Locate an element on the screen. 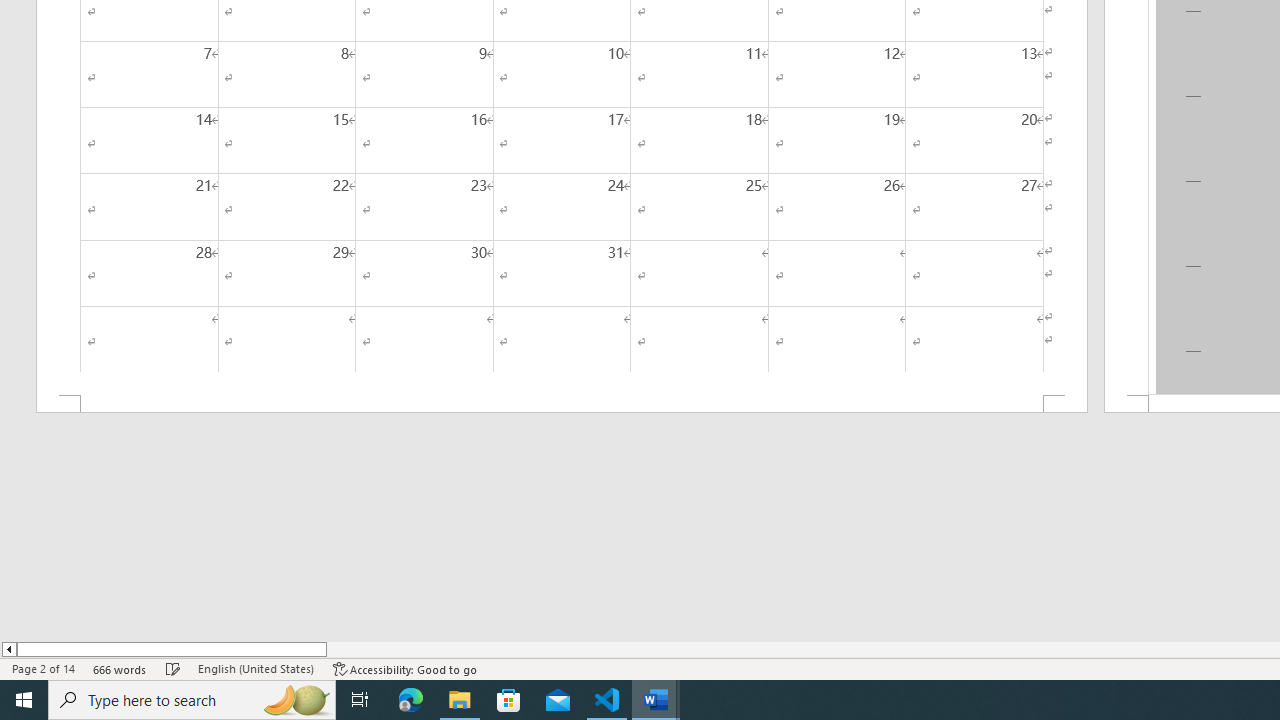 The image size is (1280, 720). 'Page Number Page 2 of 14' is located at coordinates (43, 669).